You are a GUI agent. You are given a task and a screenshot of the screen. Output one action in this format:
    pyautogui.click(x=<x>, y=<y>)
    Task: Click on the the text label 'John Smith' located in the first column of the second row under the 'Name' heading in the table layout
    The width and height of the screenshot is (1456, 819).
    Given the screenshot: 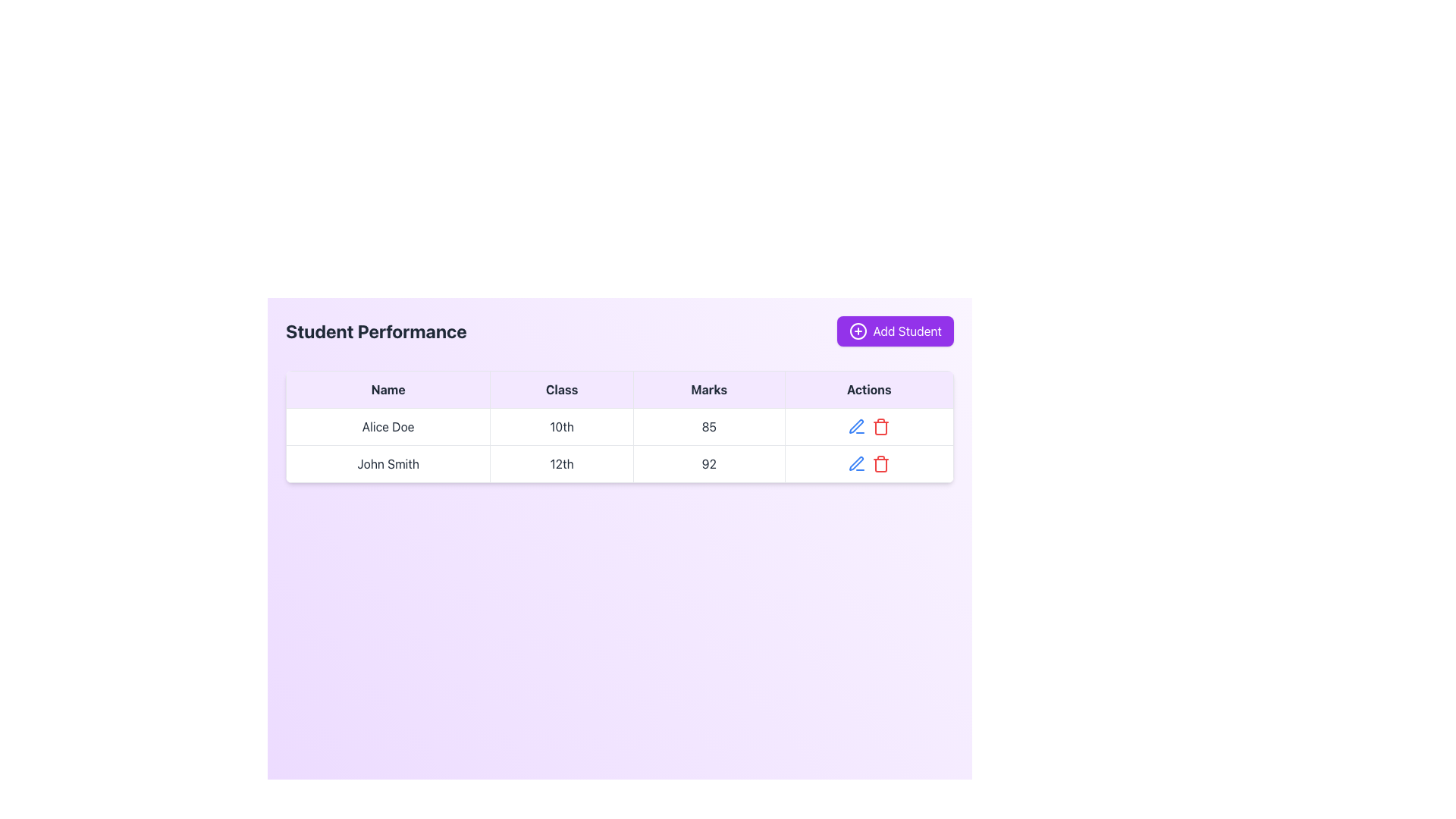 What is the action you would take?
    pyautogui.click(x=388, y=463)
    